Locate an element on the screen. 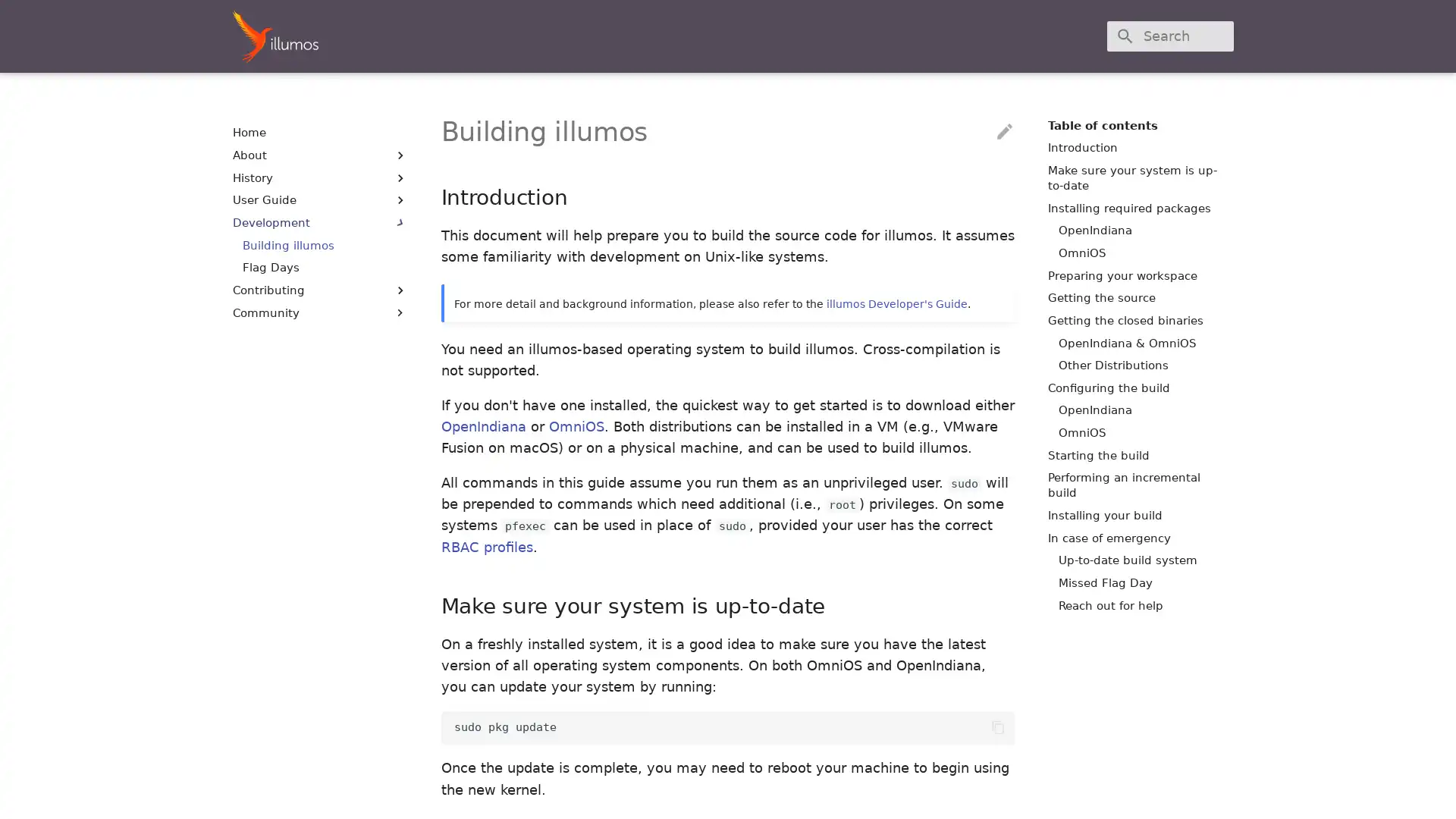 The image size is (1456, 819). Clear is located at coordinates (1215, 35).